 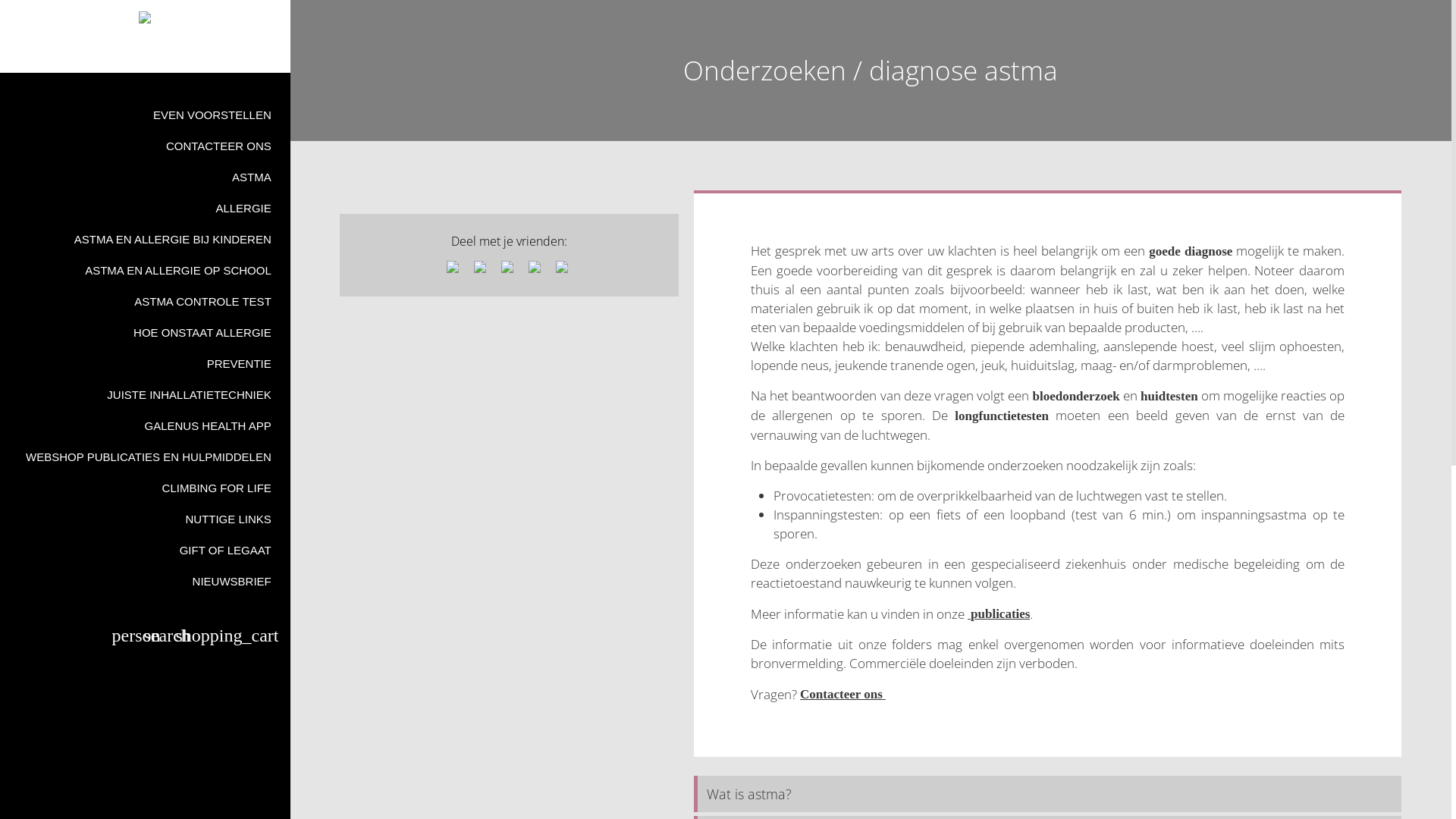 I want to click on 'JUISTE INHALLATIETECHNIEK', so click(x=145, y=394).